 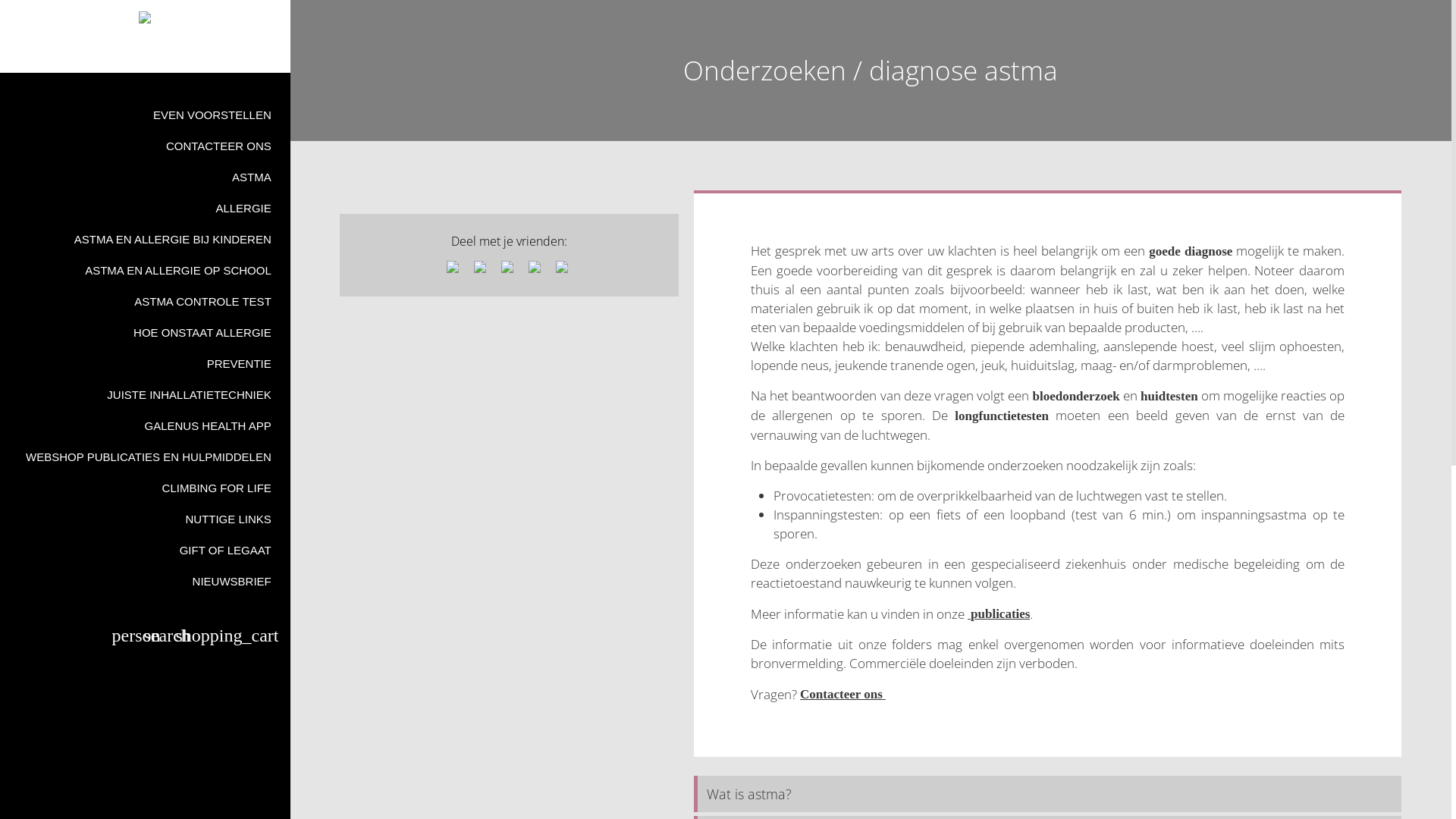 I want to click on 'JUISTE INHALLATIETECHNIEK', so click(x=145, y=394).